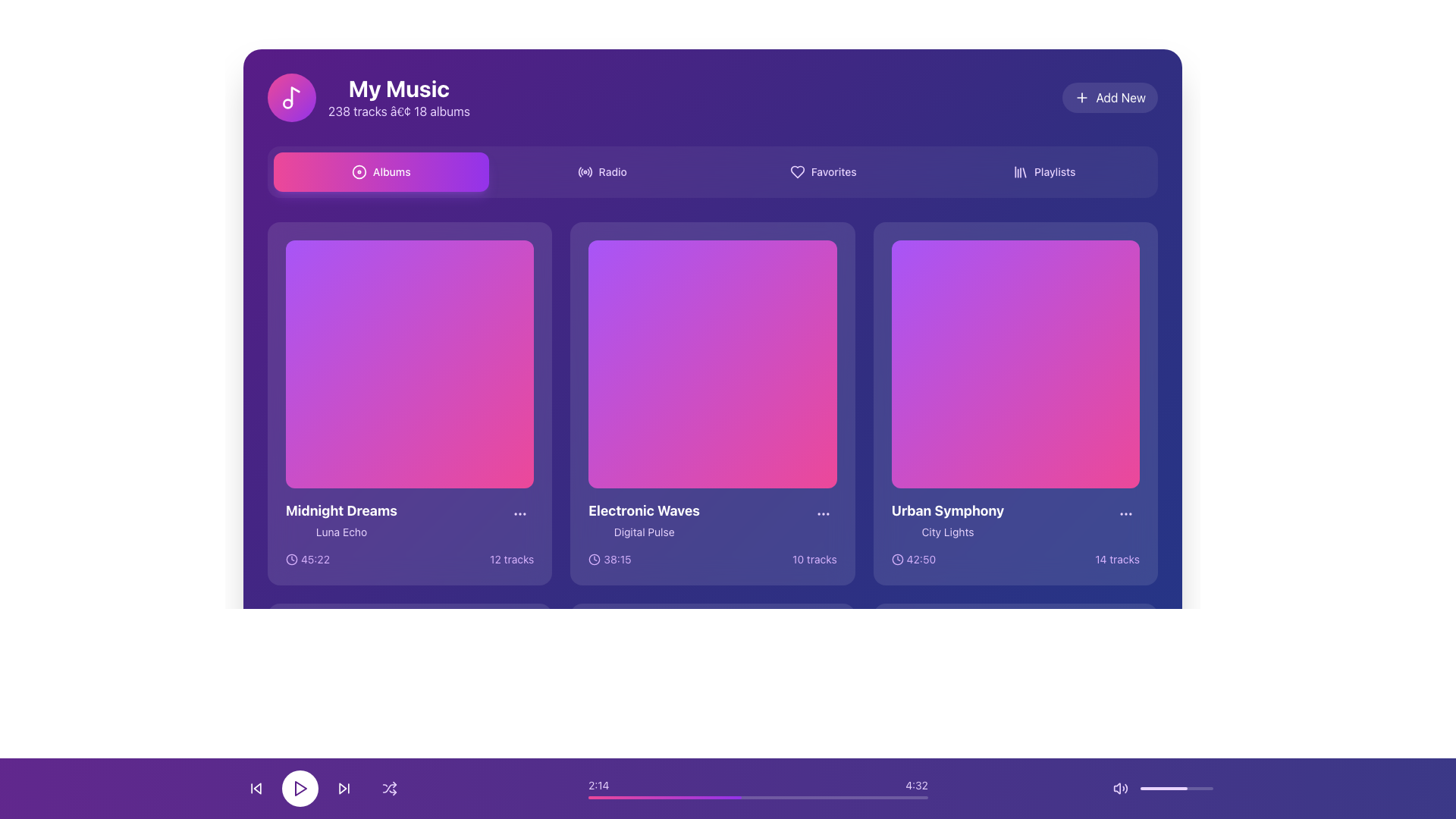  I want to click on the innermost SVG circle element that serves as the decorative background for the clock icon in the 'Urban Symphony' card, so click(897, 560).